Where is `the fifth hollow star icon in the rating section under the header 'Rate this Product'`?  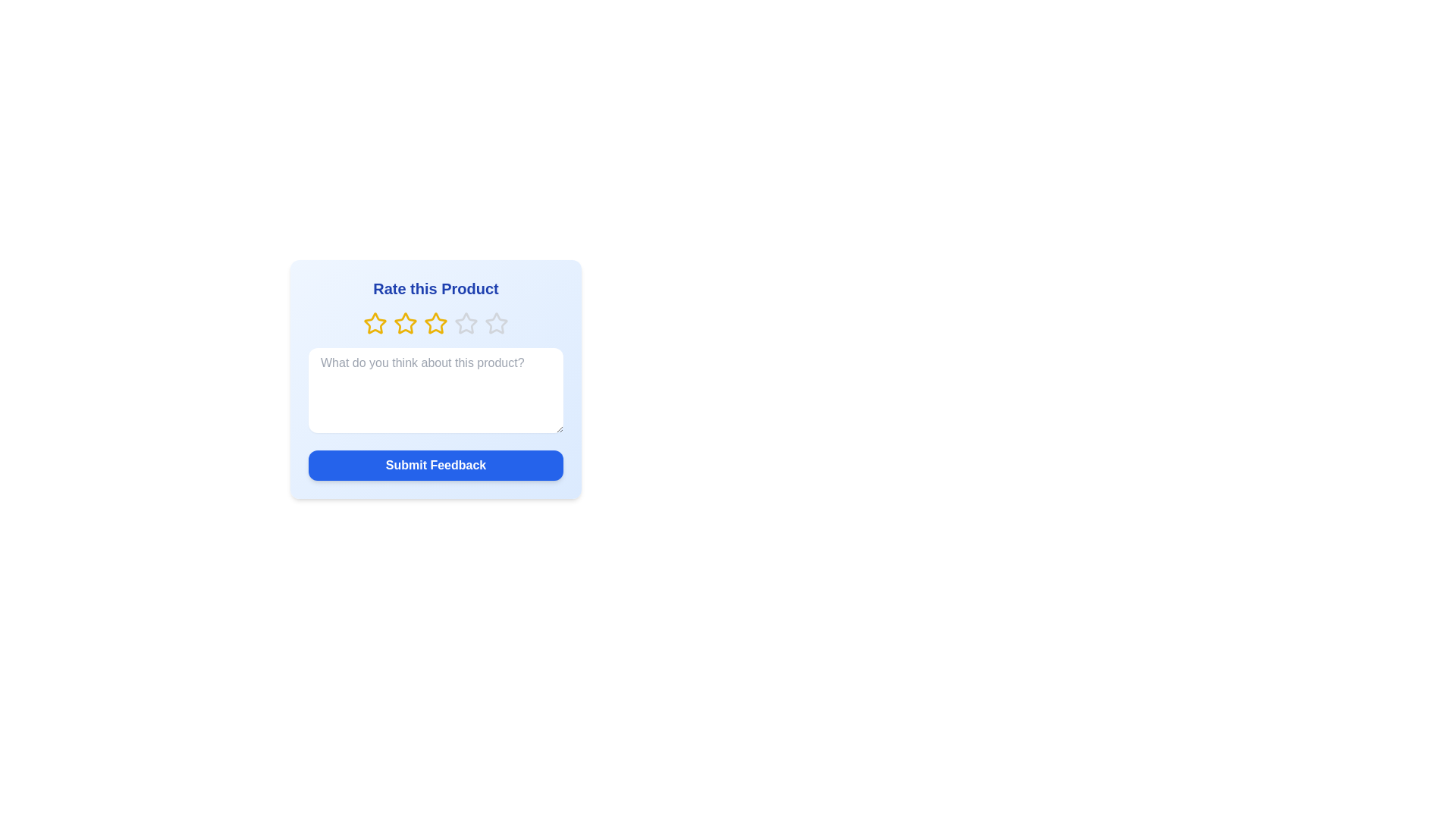 the fifth hollow star icon in the rating section under the header 'Rate this Product' is located at coordinates (496, 323).